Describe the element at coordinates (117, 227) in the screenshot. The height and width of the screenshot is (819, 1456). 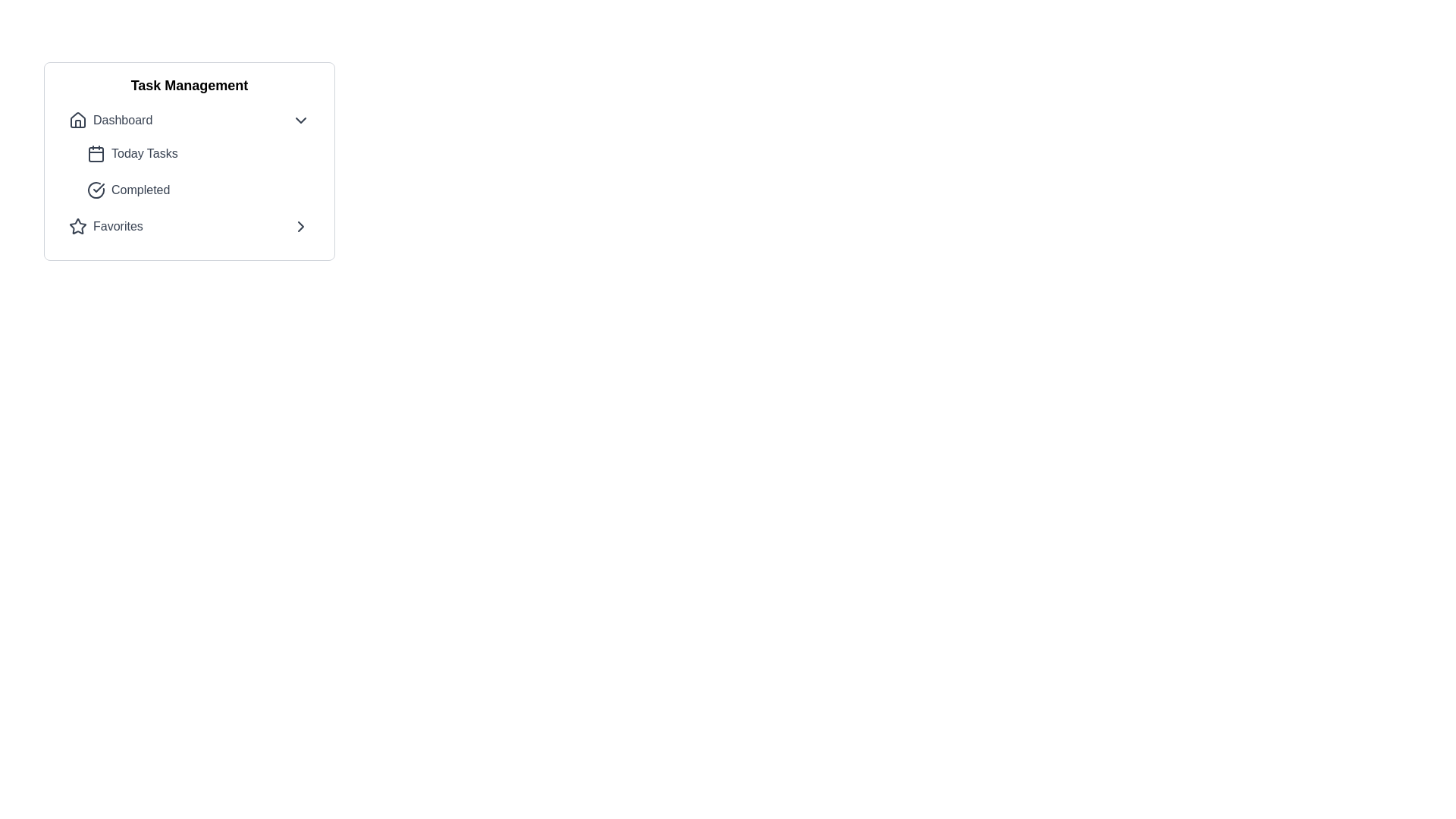
I see `text label 'Favorites' located in the sidebar menu under 'Completed' in the 'Task Management' section` at that location.